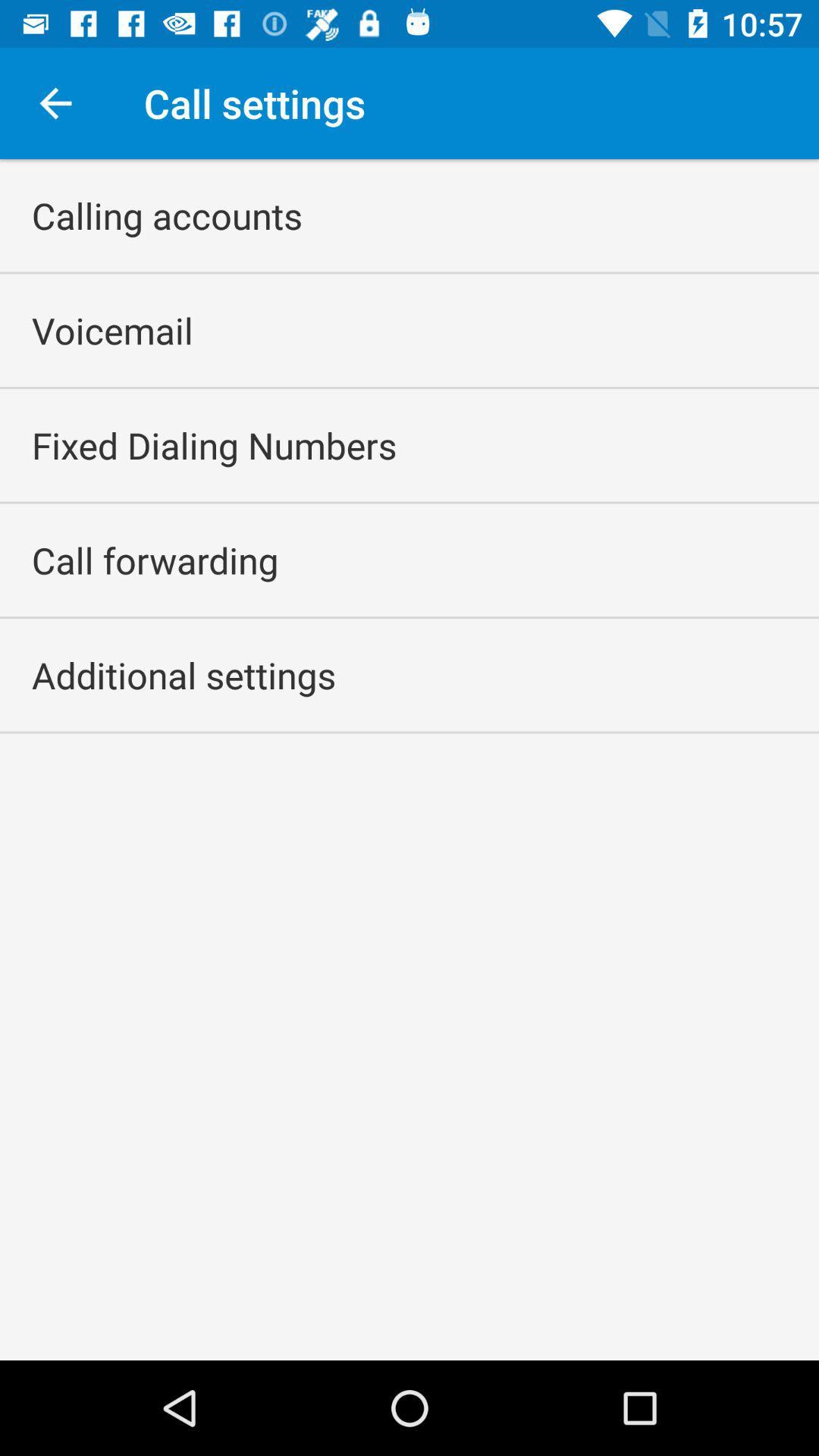 The height and width of the screenshot is (1456, 819). I want to click on the item above the additional settings item, so click(155, 559).